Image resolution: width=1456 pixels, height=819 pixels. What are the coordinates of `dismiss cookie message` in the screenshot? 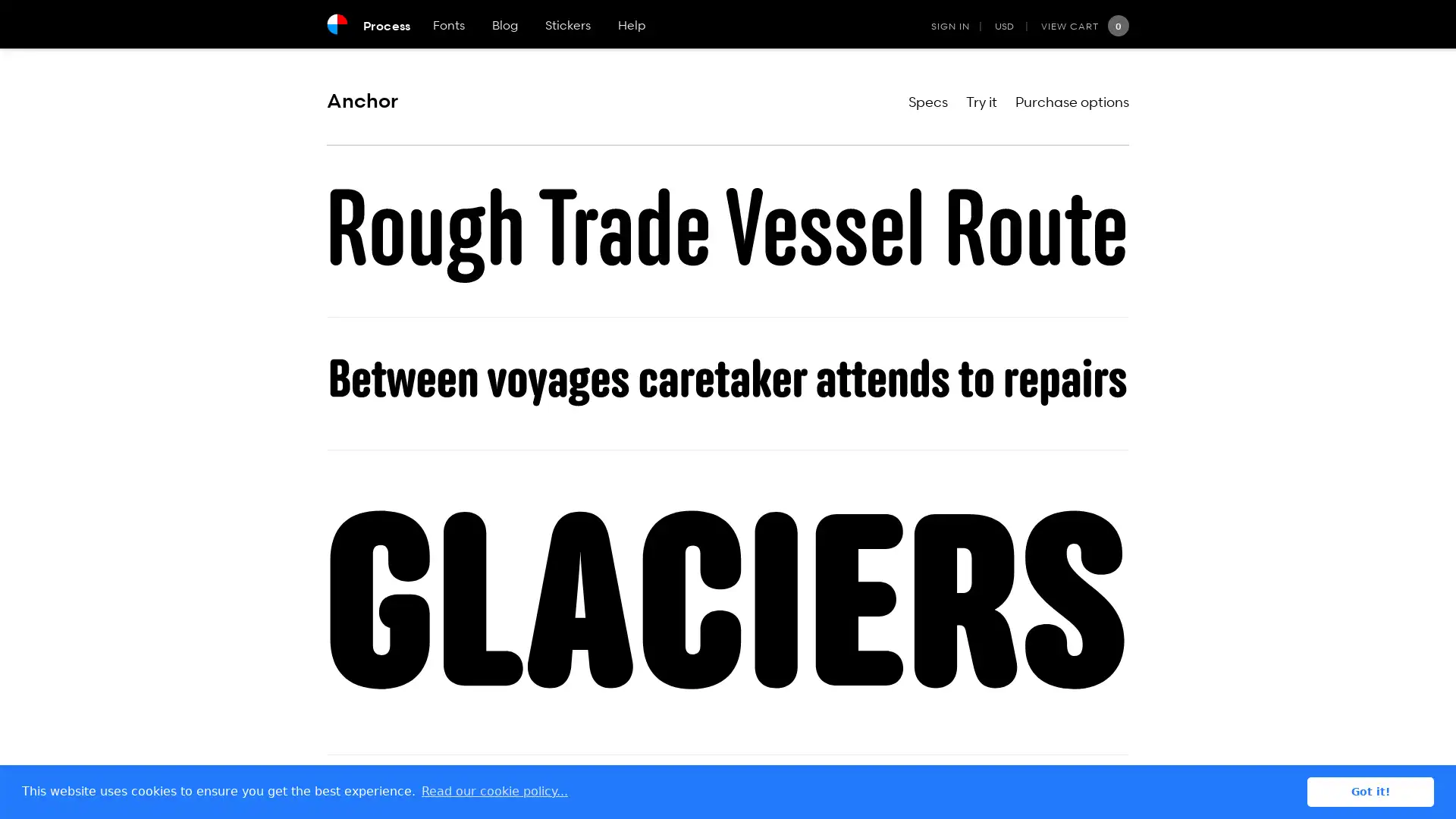 It's located at (1370, 791).